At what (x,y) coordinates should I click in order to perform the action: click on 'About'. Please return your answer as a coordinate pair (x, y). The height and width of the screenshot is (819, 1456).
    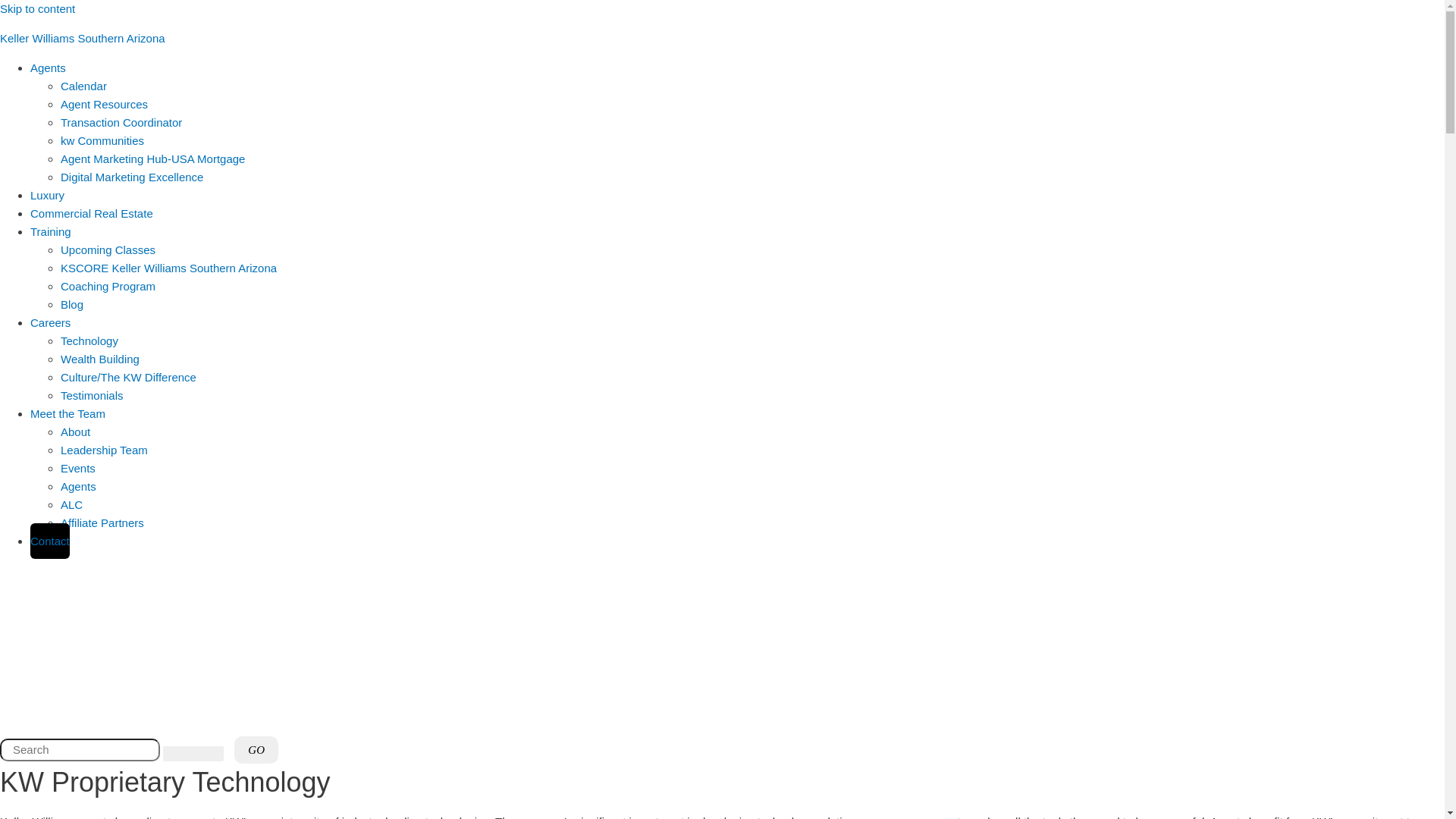
    Looking at the image, I should click on (74, 431).